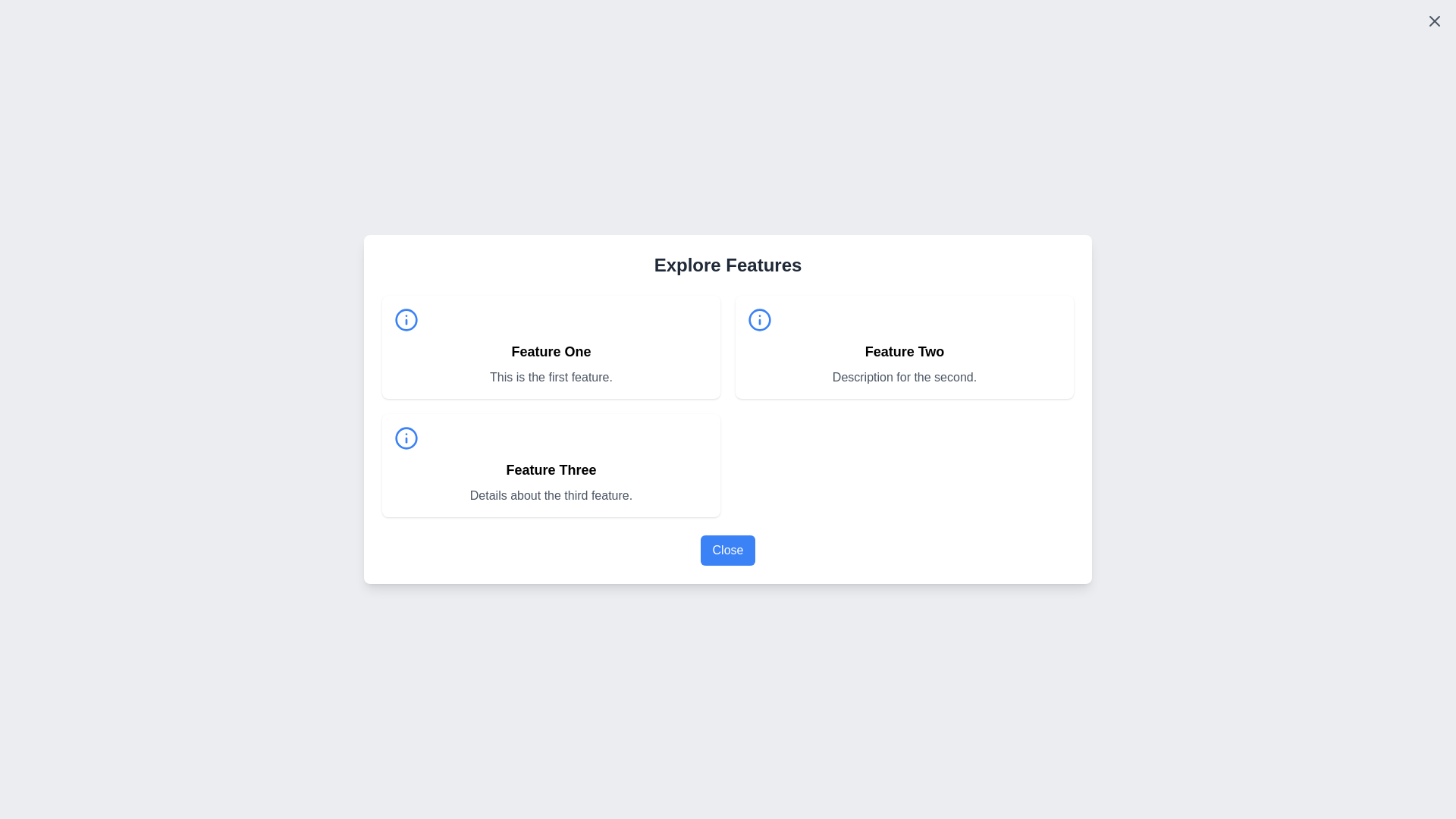 This screenshot has width=1456, height=819. What do you see at coordinates (728, 550) in the screenshot?
I see `the close button of the modal dialog` at bounding box center [728, 550].